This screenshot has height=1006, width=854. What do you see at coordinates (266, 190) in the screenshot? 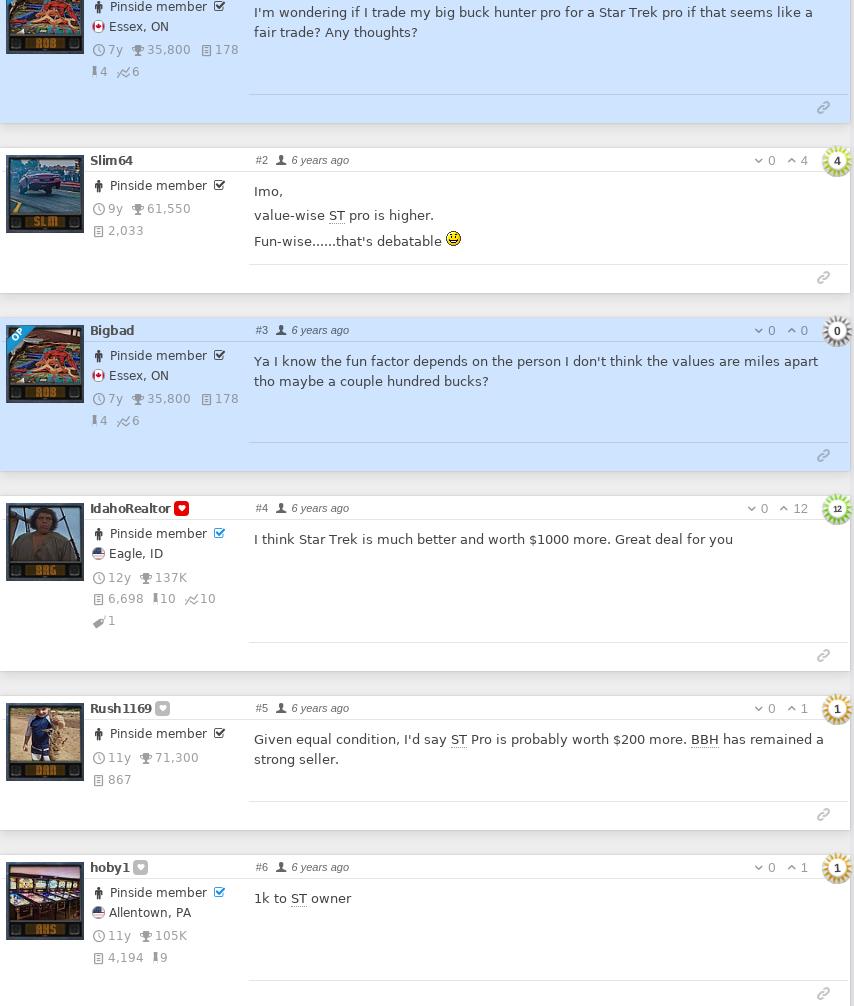
I see `'Imo,'` at bounding box center [266, 190].